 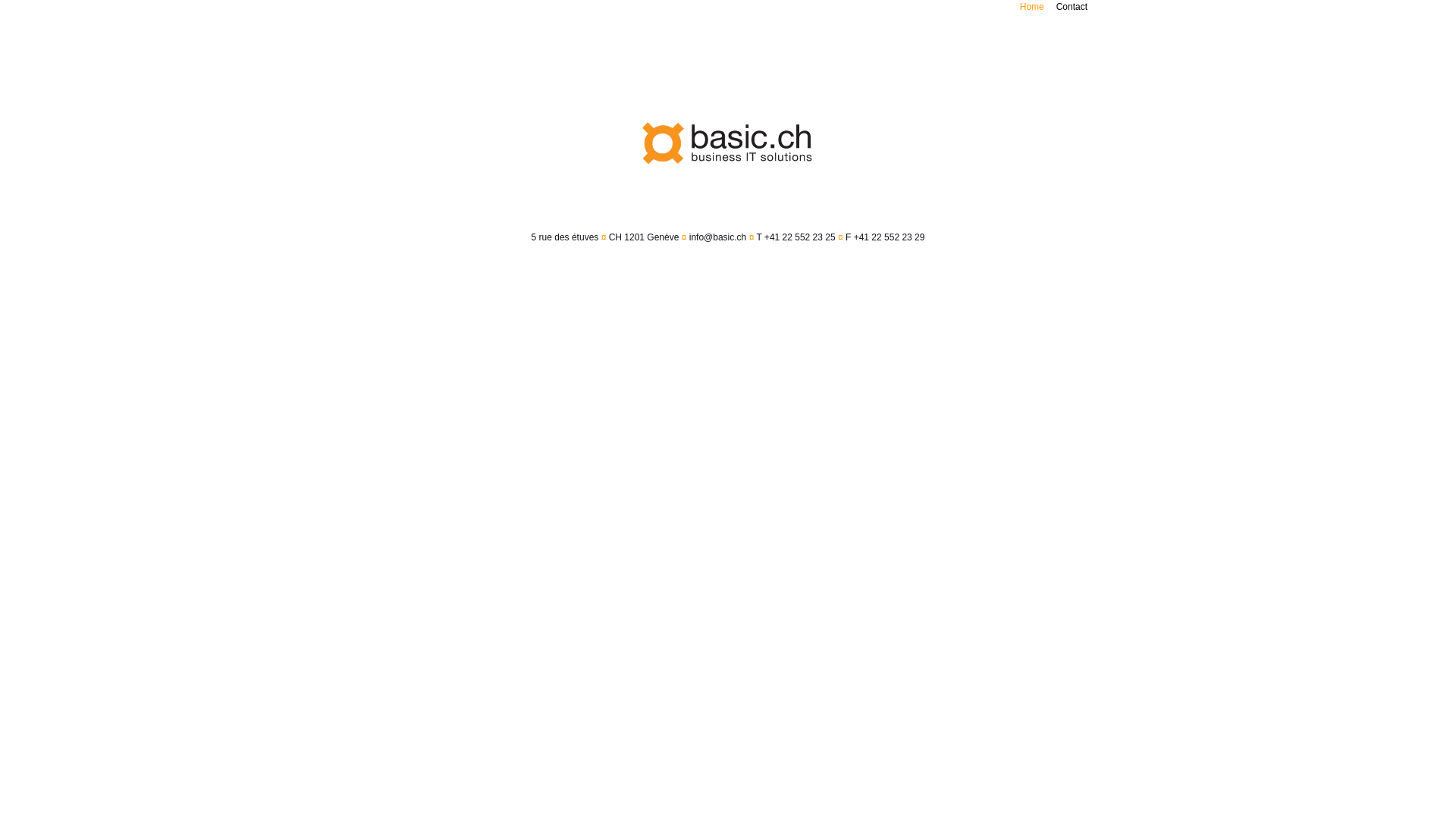 What do you see at coordinates (1031, 6) in the screenshot?
I see `'Home'` at bounding box center [1031, 6].